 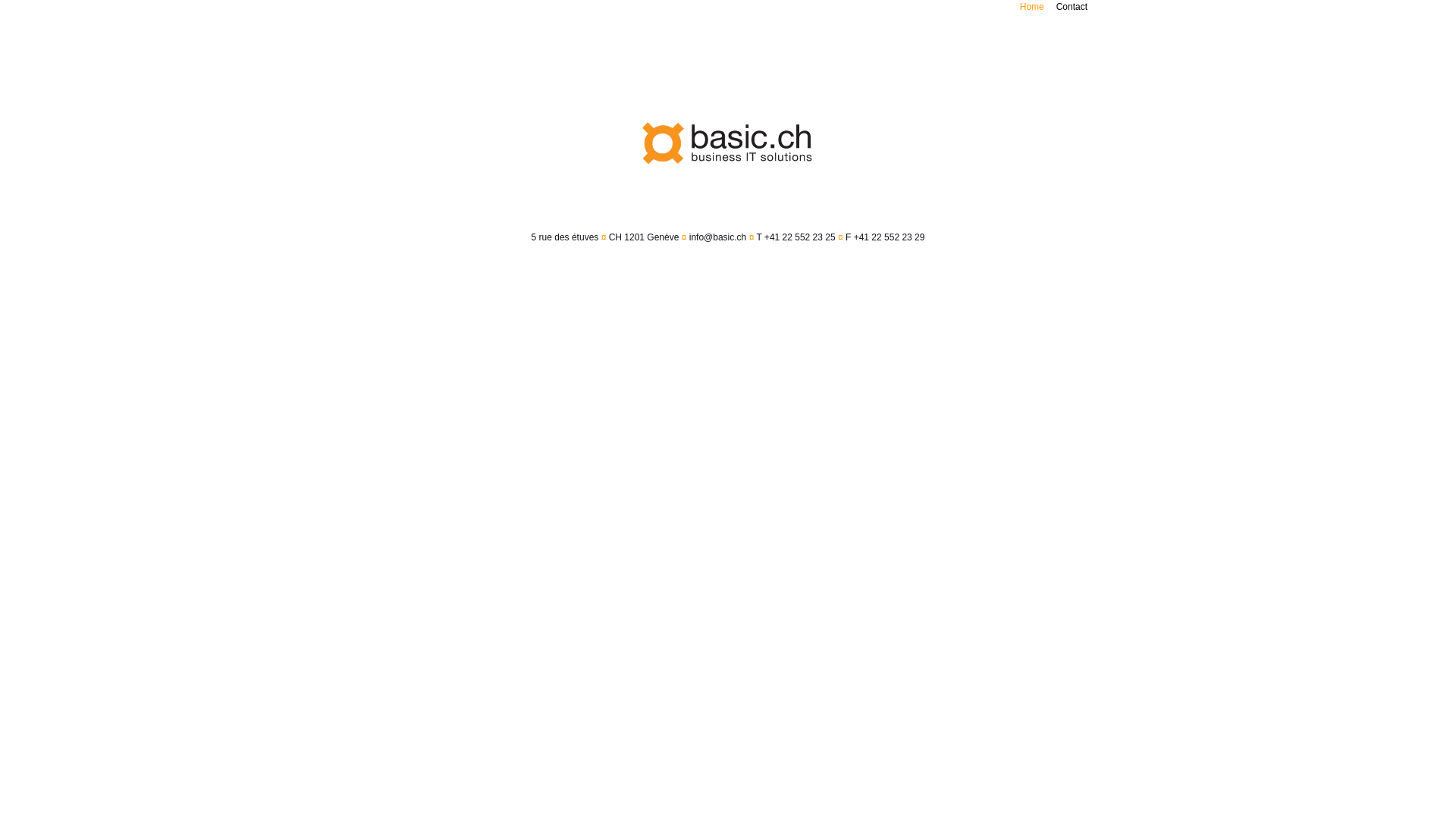 What do you see at coordinates (1031, 6) in the screenshot?
I see `'Home'` at bounding box center [1031, 6].